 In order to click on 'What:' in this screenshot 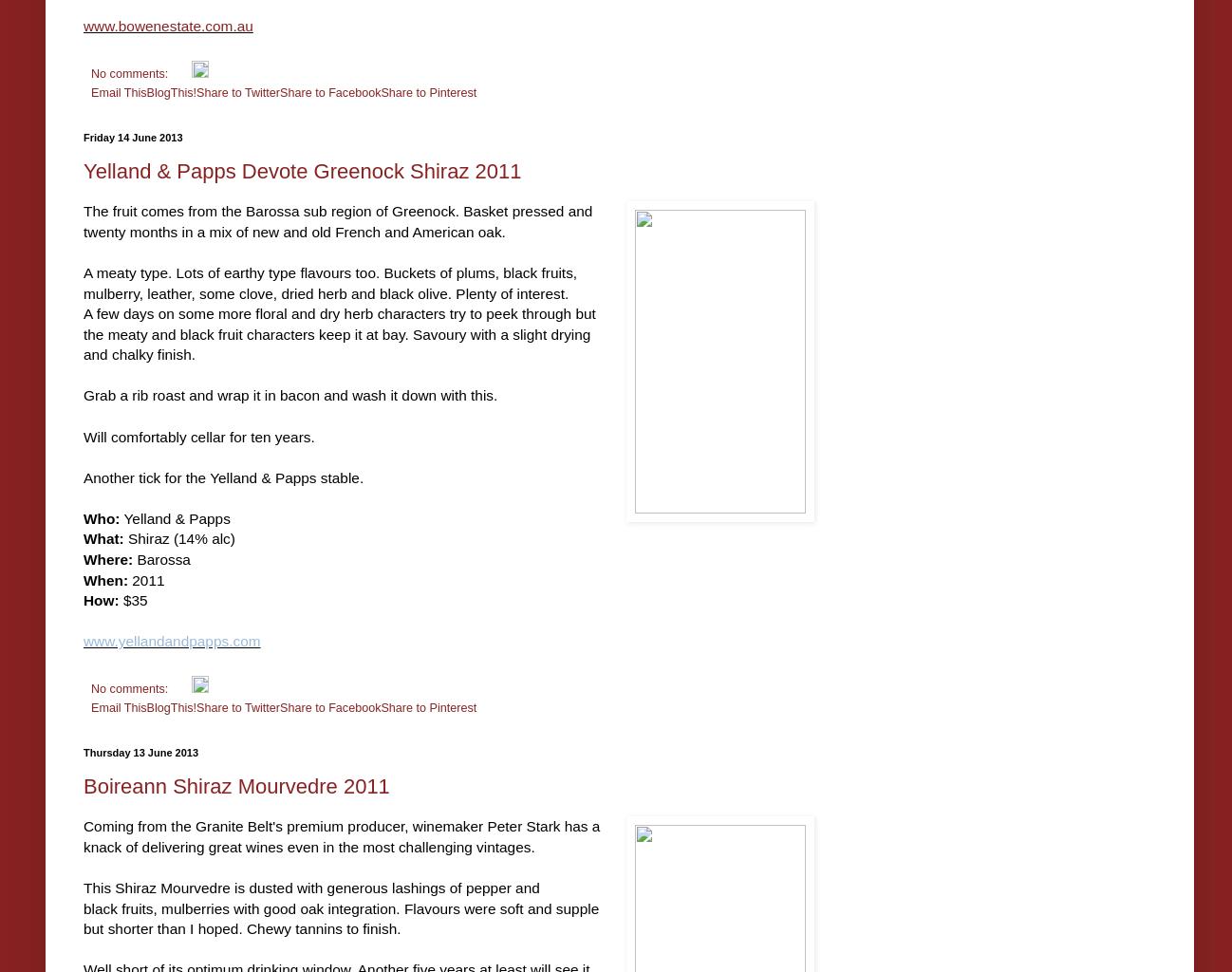, I will do `click(103, 537)`.